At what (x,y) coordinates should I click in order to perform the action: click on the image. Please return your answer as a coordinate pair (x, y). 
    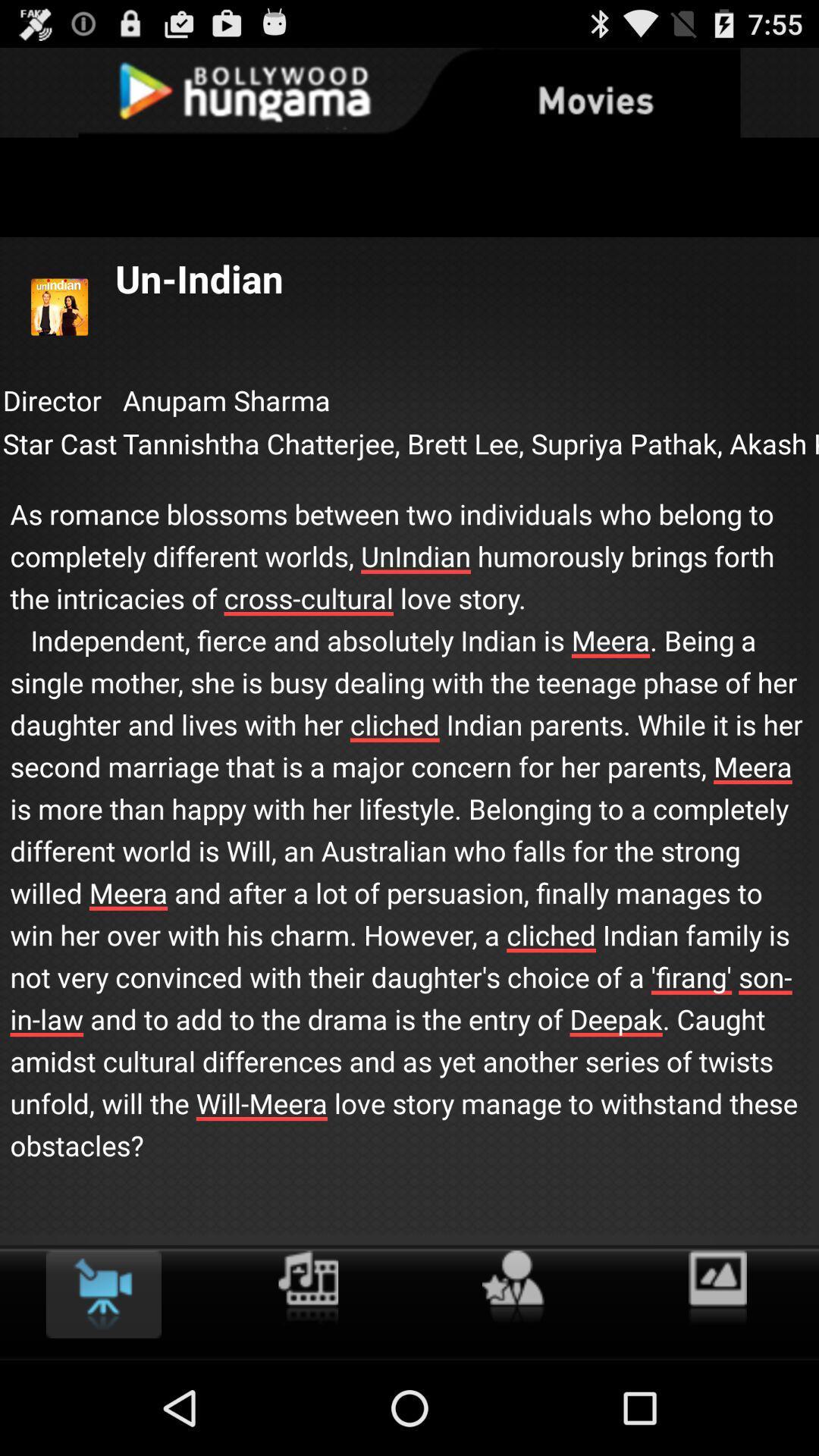
    Looking at the image, I should click on (717, 1288).